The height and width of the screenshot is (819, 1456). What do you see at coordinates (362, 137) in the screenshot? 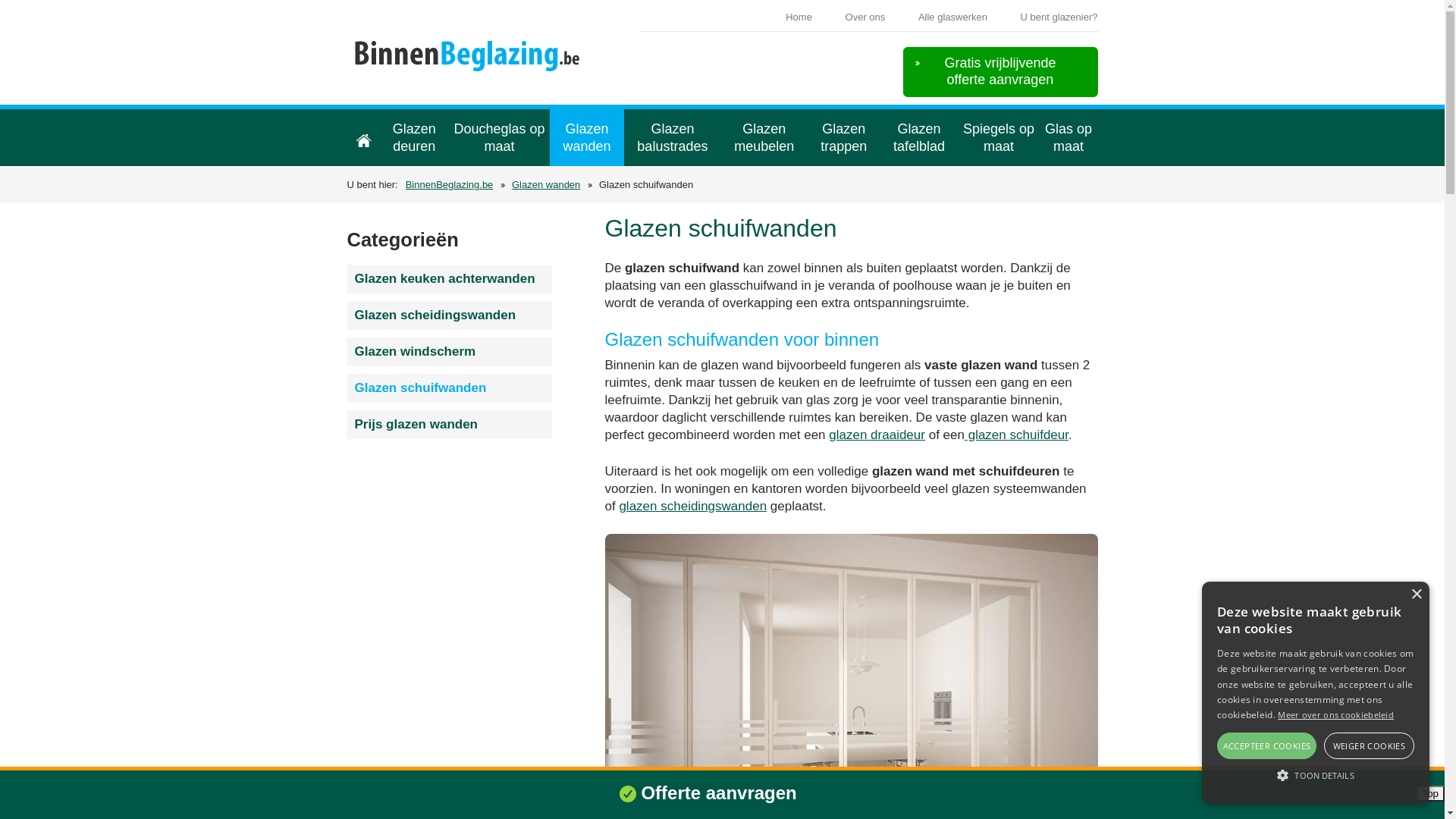
I see `'Home'` at bounding box center [362, 137].